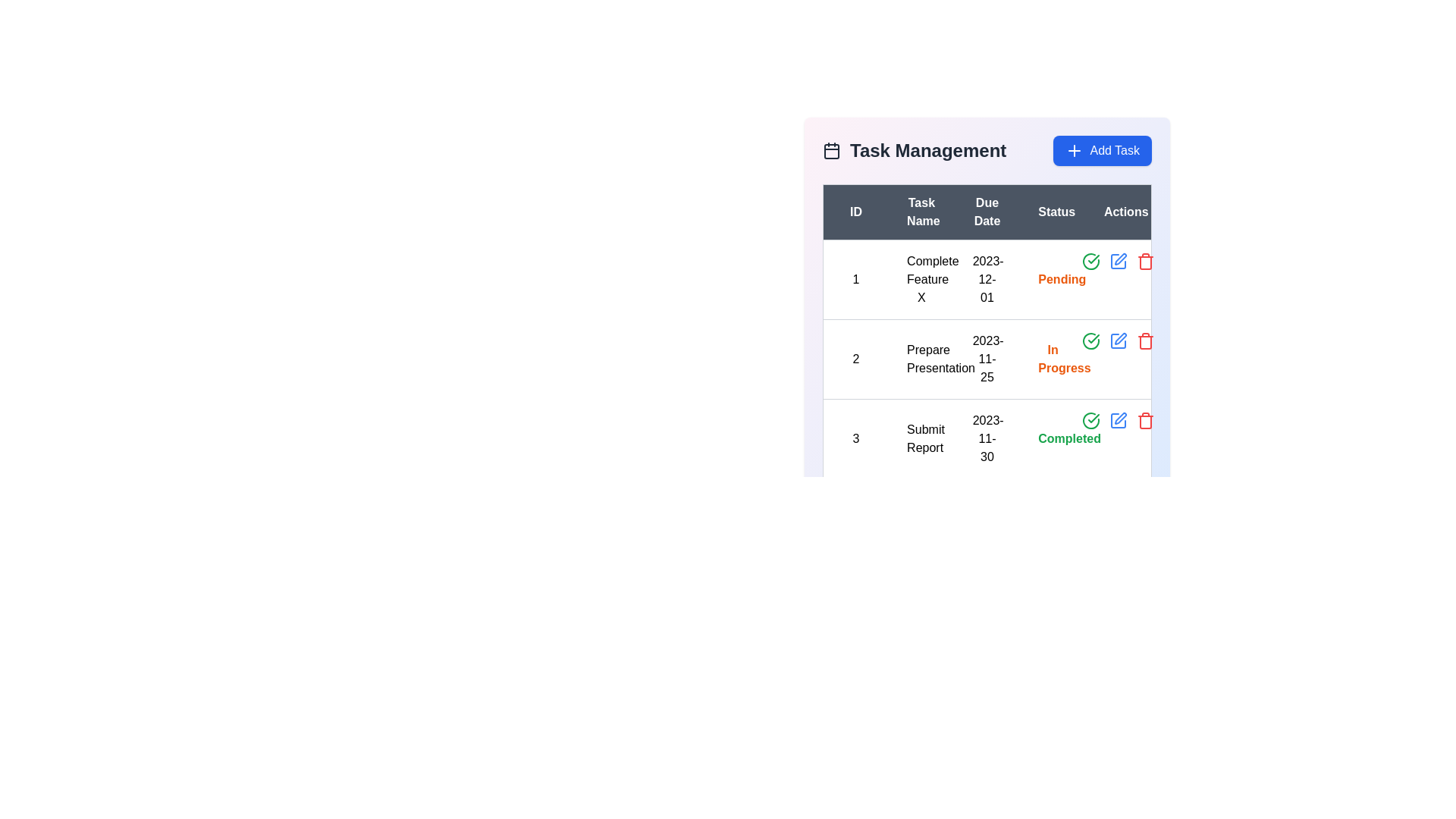 The width and height of the screenshot is (1456, 819). I want to click on the Static text label displaying 'In Progress' in bold orange font, located in the 'Status' column for the 'Prepare Presentation' task dated '2023-11-25', so click(1052, 359).